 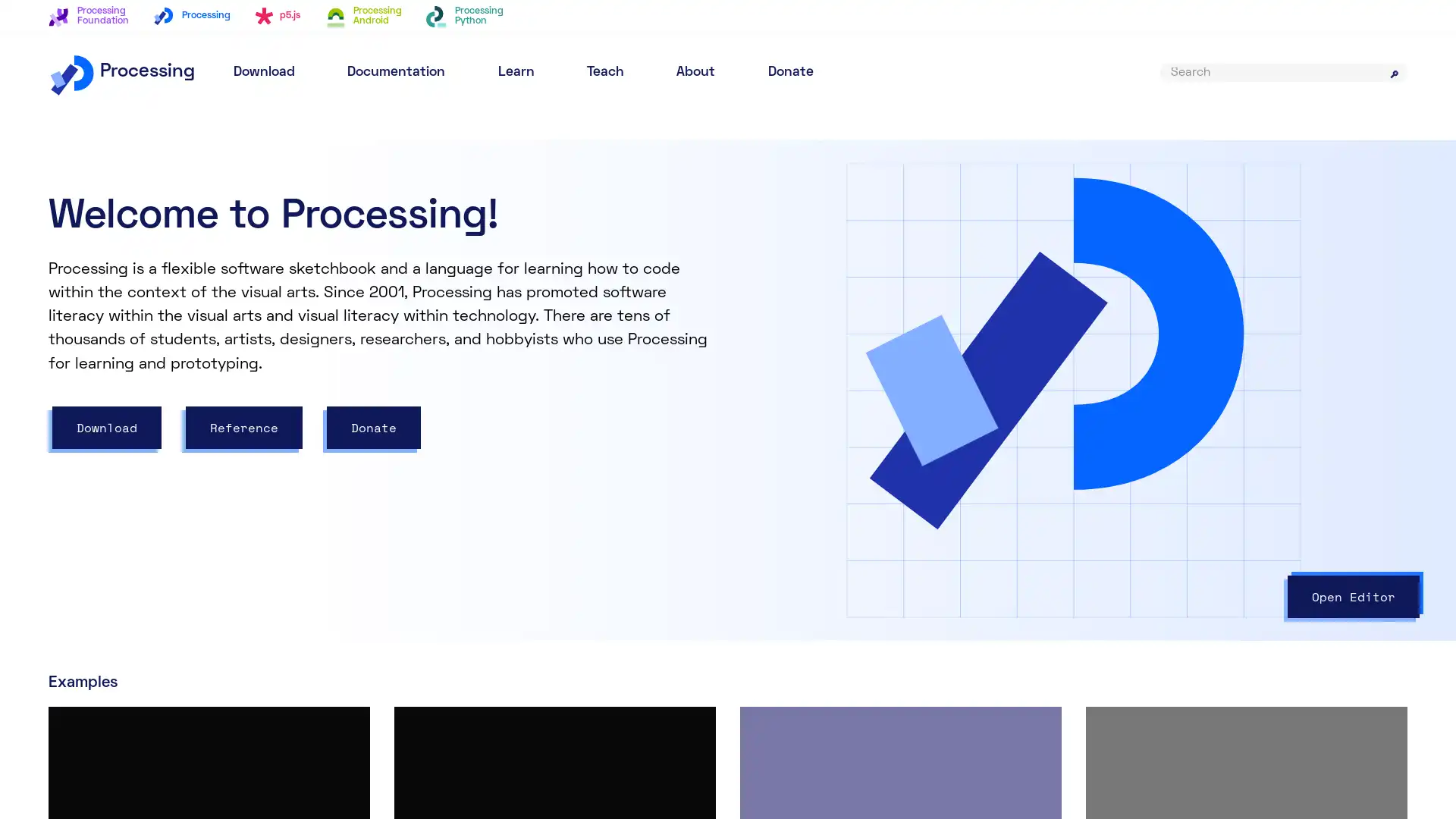 I want to click on change position, so click(x=952, y=519).